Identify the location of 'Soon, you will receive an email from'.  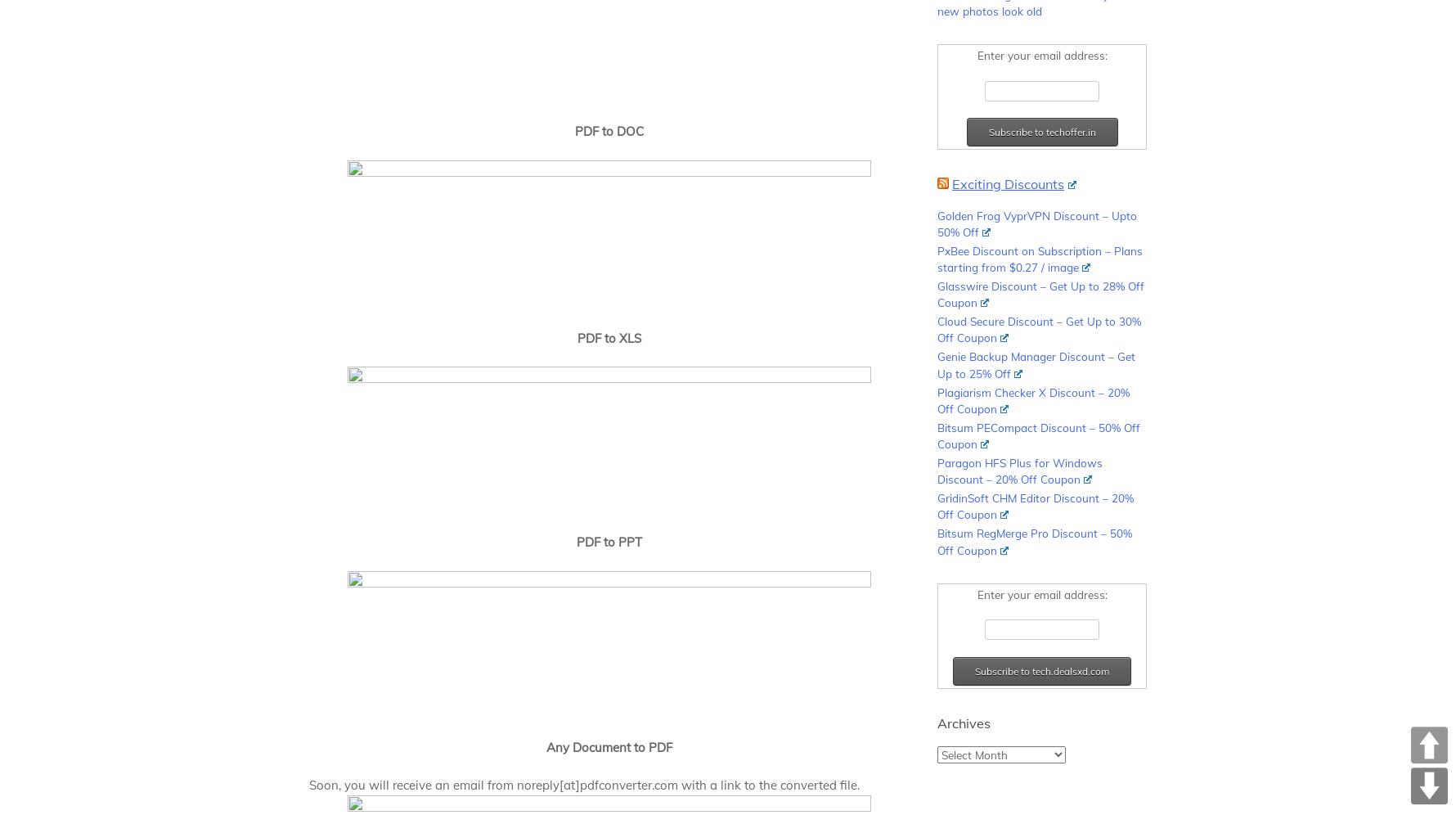
(411, 784).